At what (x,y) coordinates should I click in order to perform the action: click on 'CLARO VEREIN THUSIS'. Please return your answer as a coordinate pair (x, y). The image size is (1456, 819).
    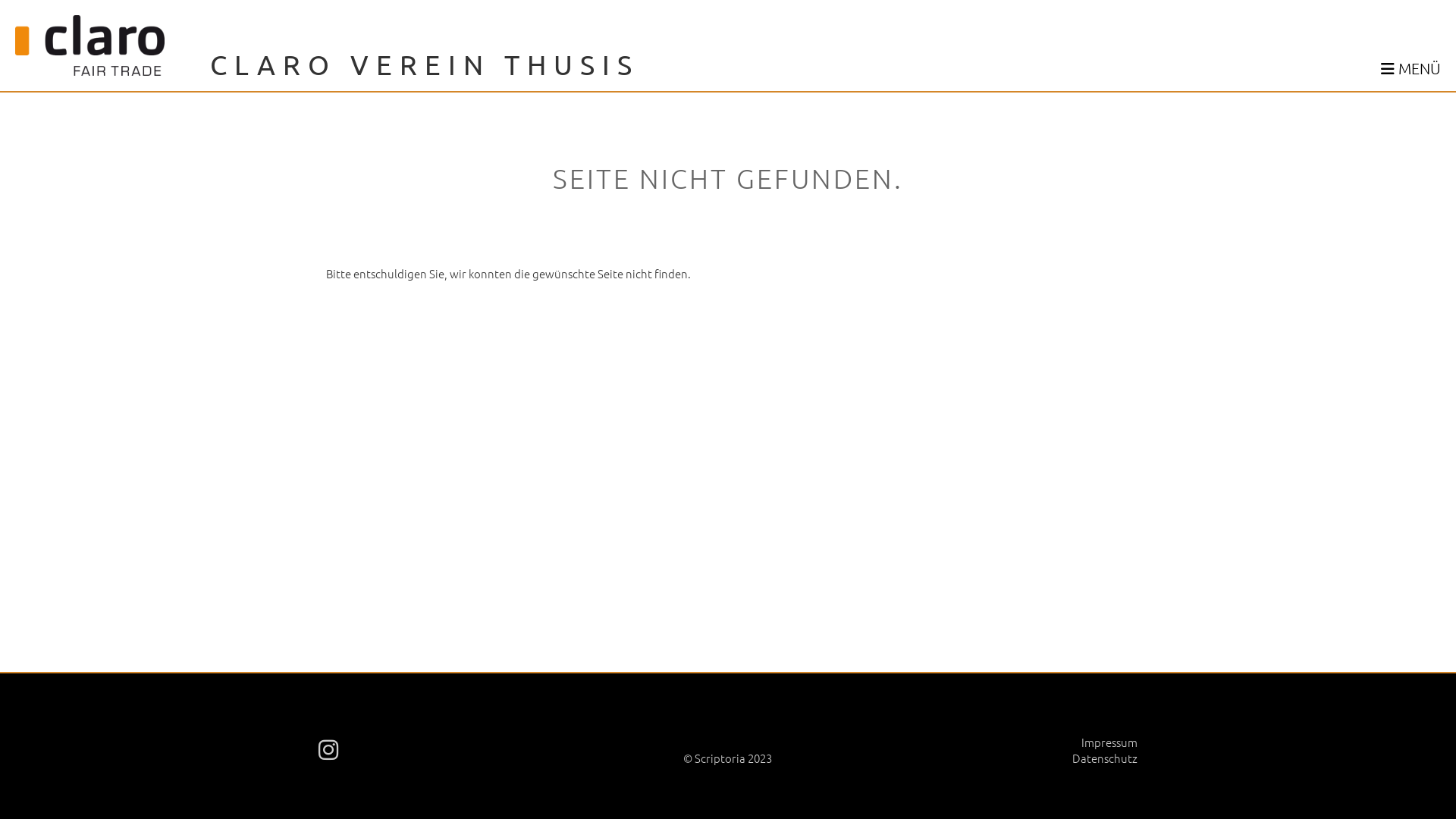
    Looking at the image, I should click on (209, 63).